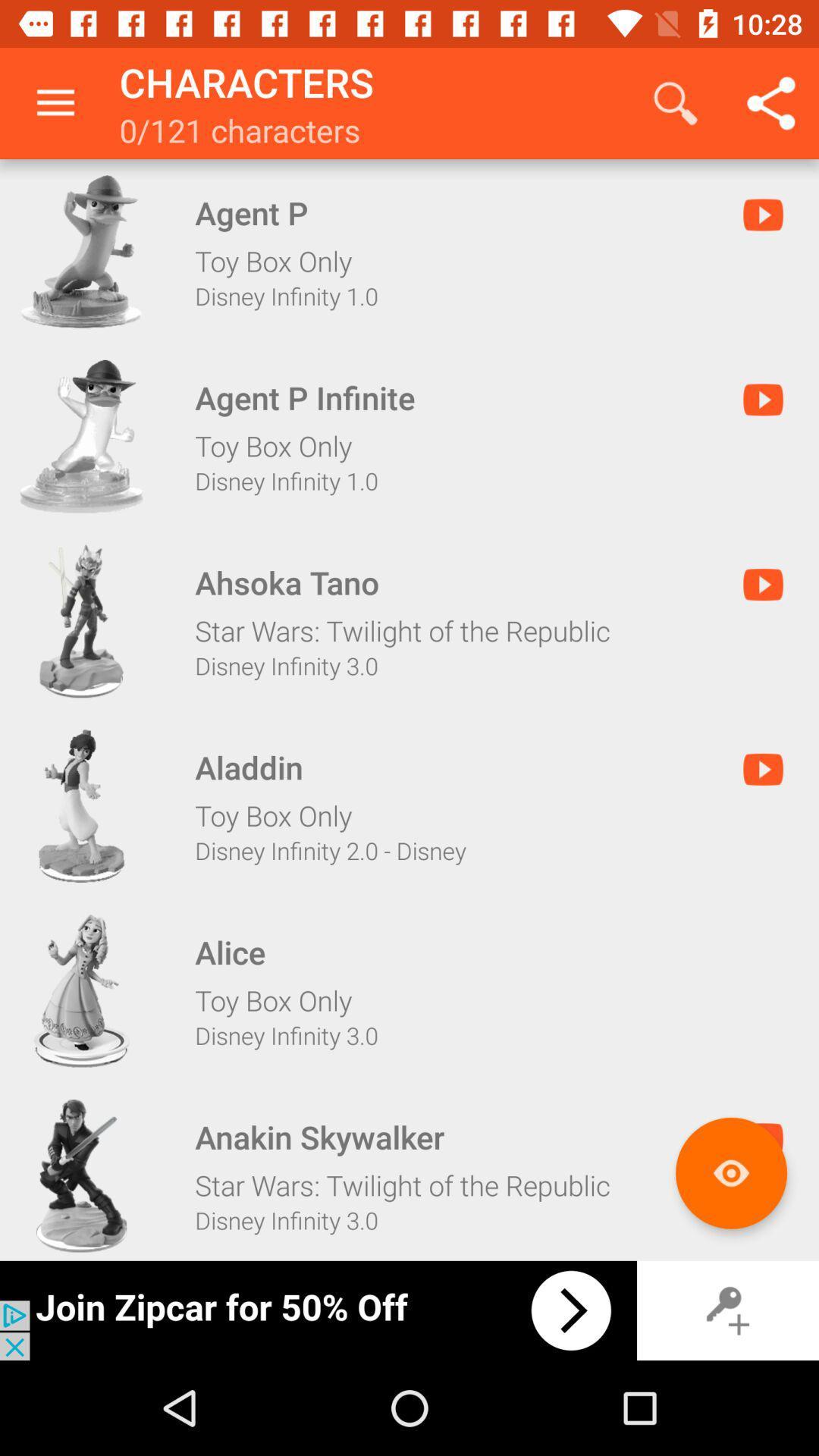  What do you see at coordinates (81, 435) in the screenshot?
I see `character` at bounding box center [81, 435].